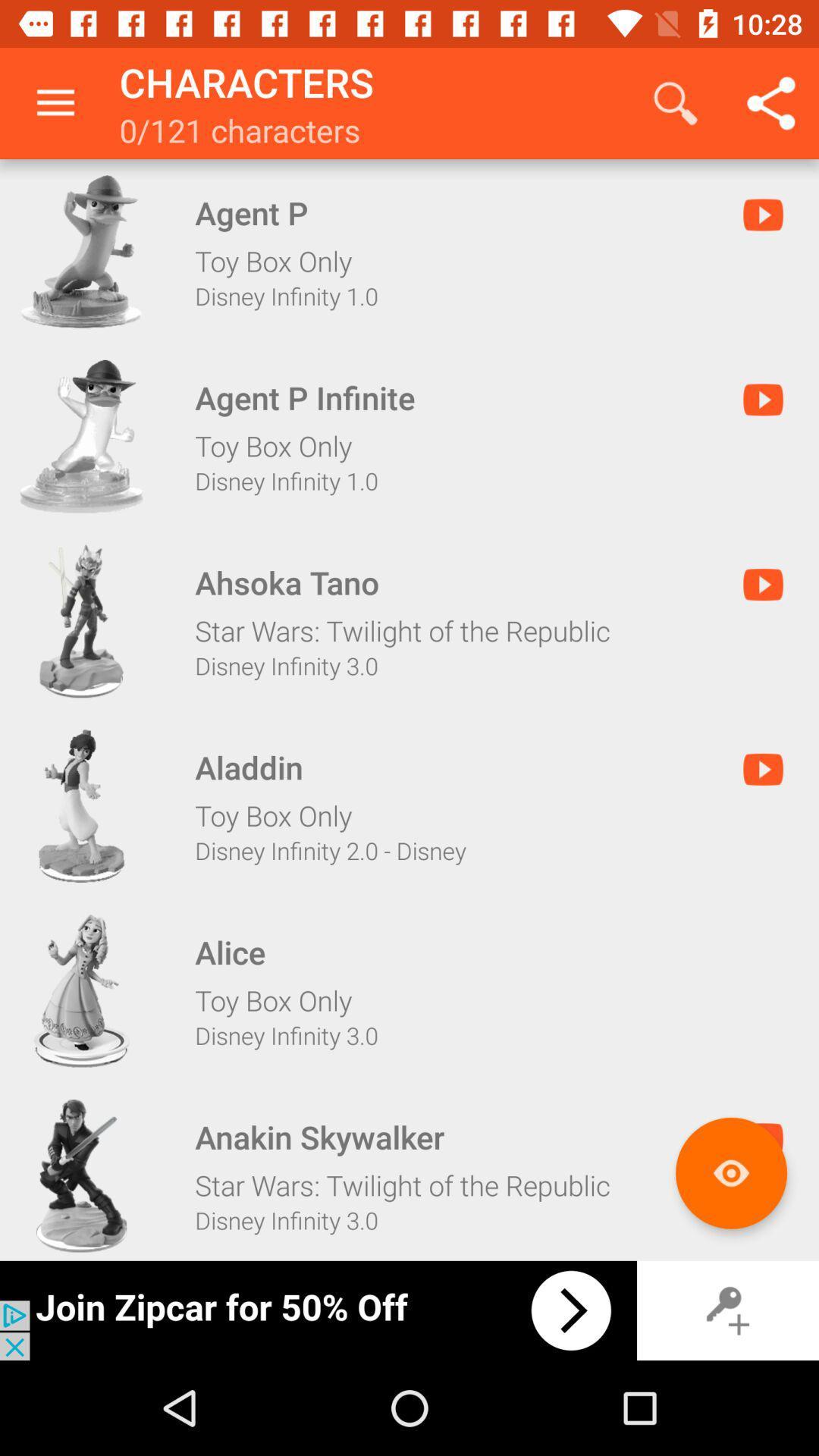  What do you see at coordinates (81, 435) in the screenshot?
I see `character` at bounding box center [81, 435].